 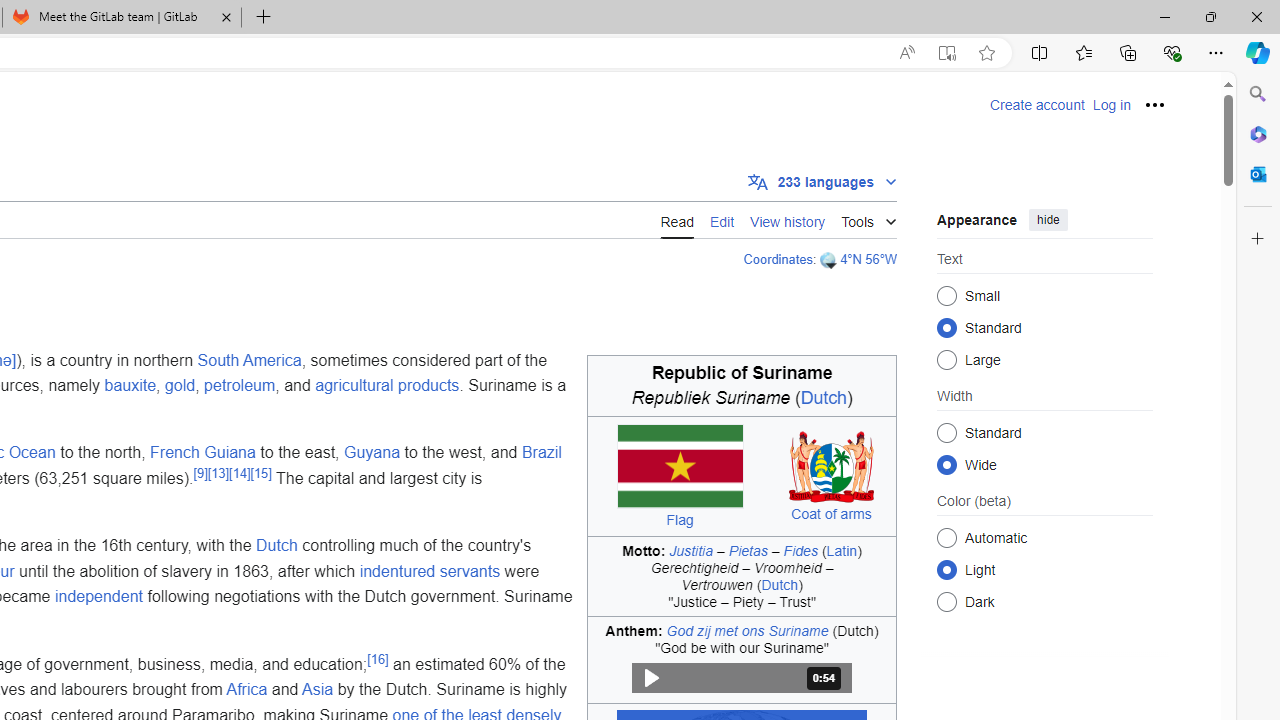 I want to click on 'Read', so click(x=677, y=219).